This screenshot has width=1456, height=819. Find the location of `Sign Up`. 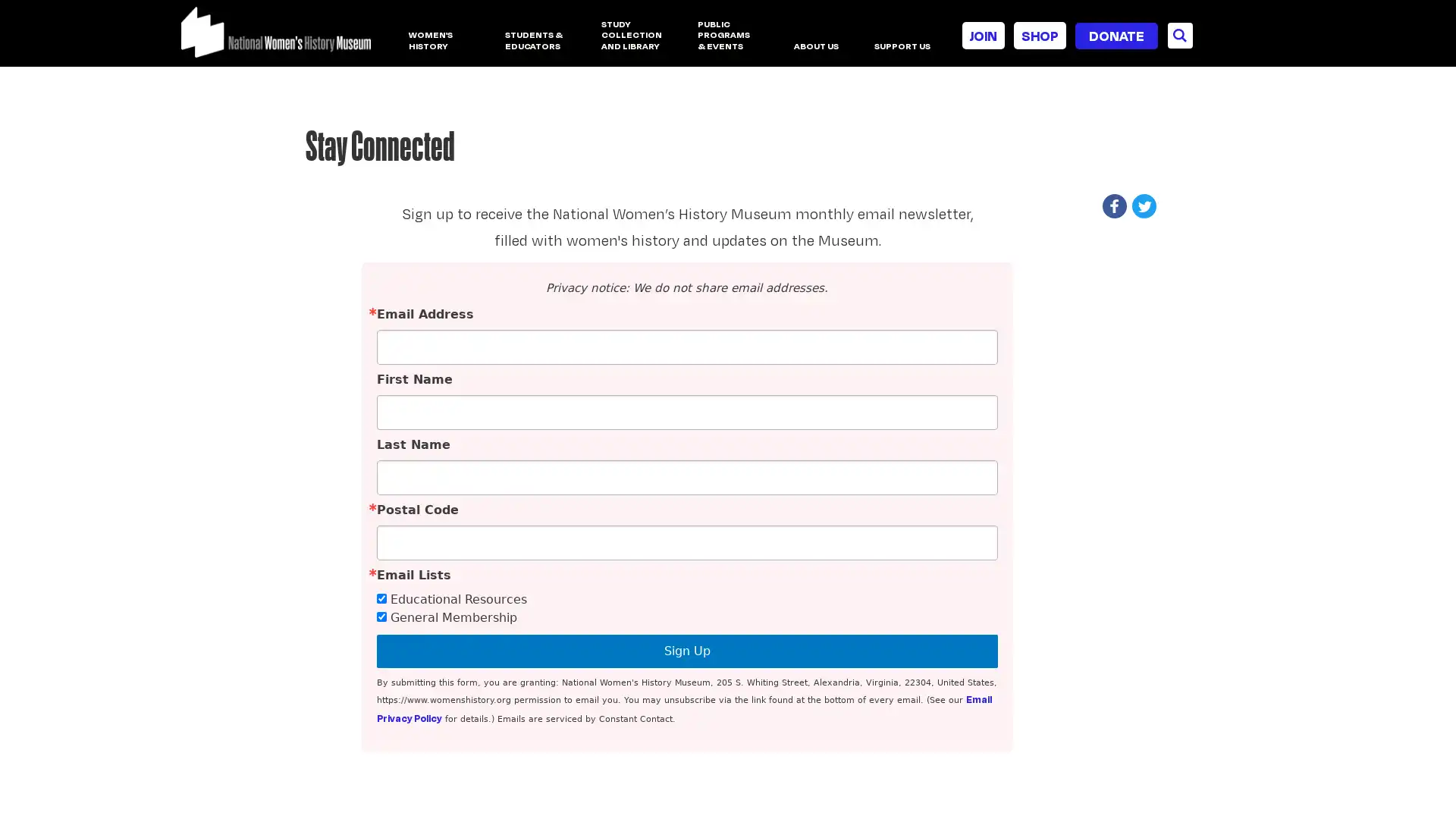

Sign Up is located at coordinates (686, 649).